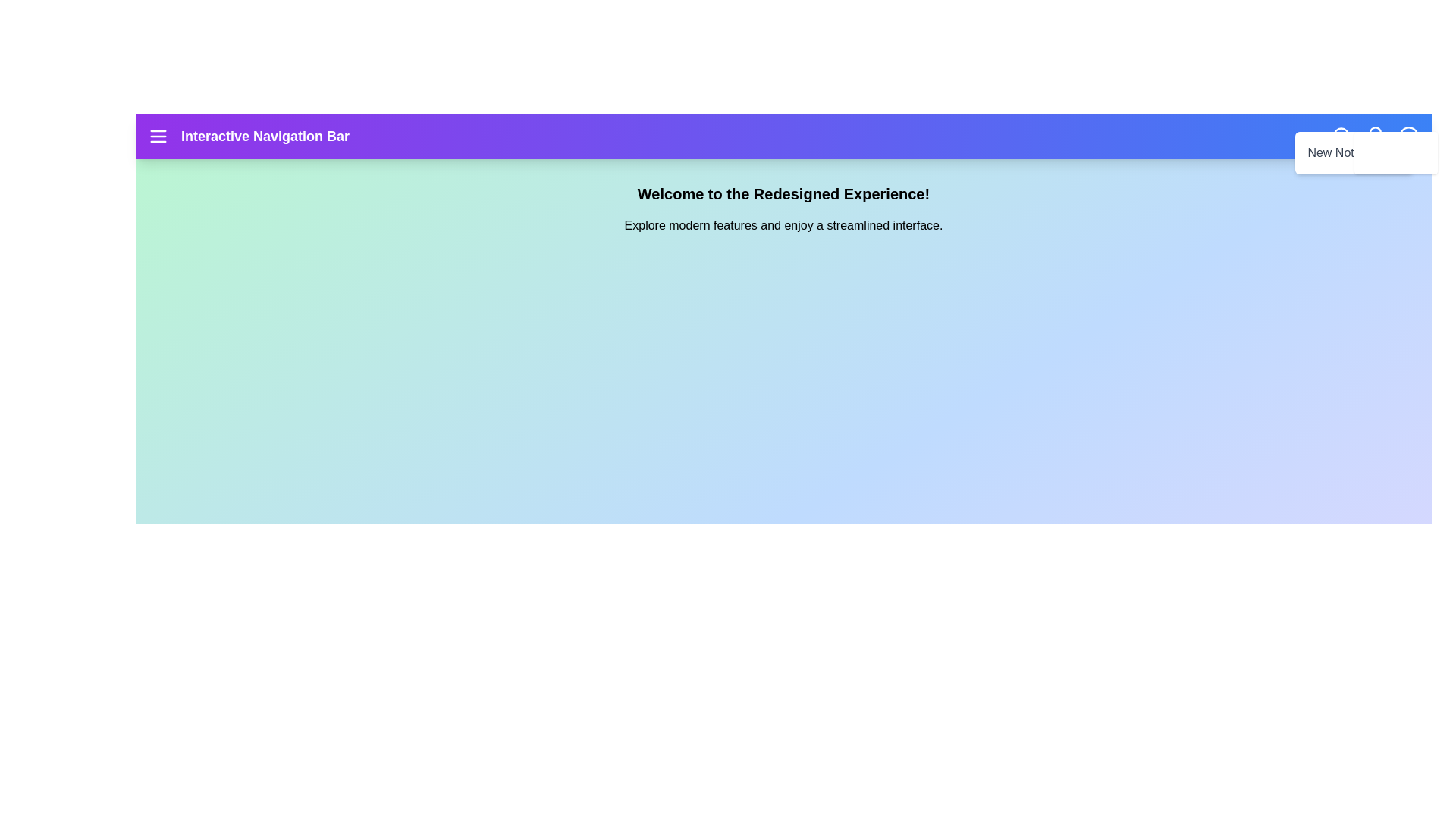 The width and height of the screenshot is (1456, 819). I want to click on the bell icon to toggle the visibility of notifications, so click(1376, 136).